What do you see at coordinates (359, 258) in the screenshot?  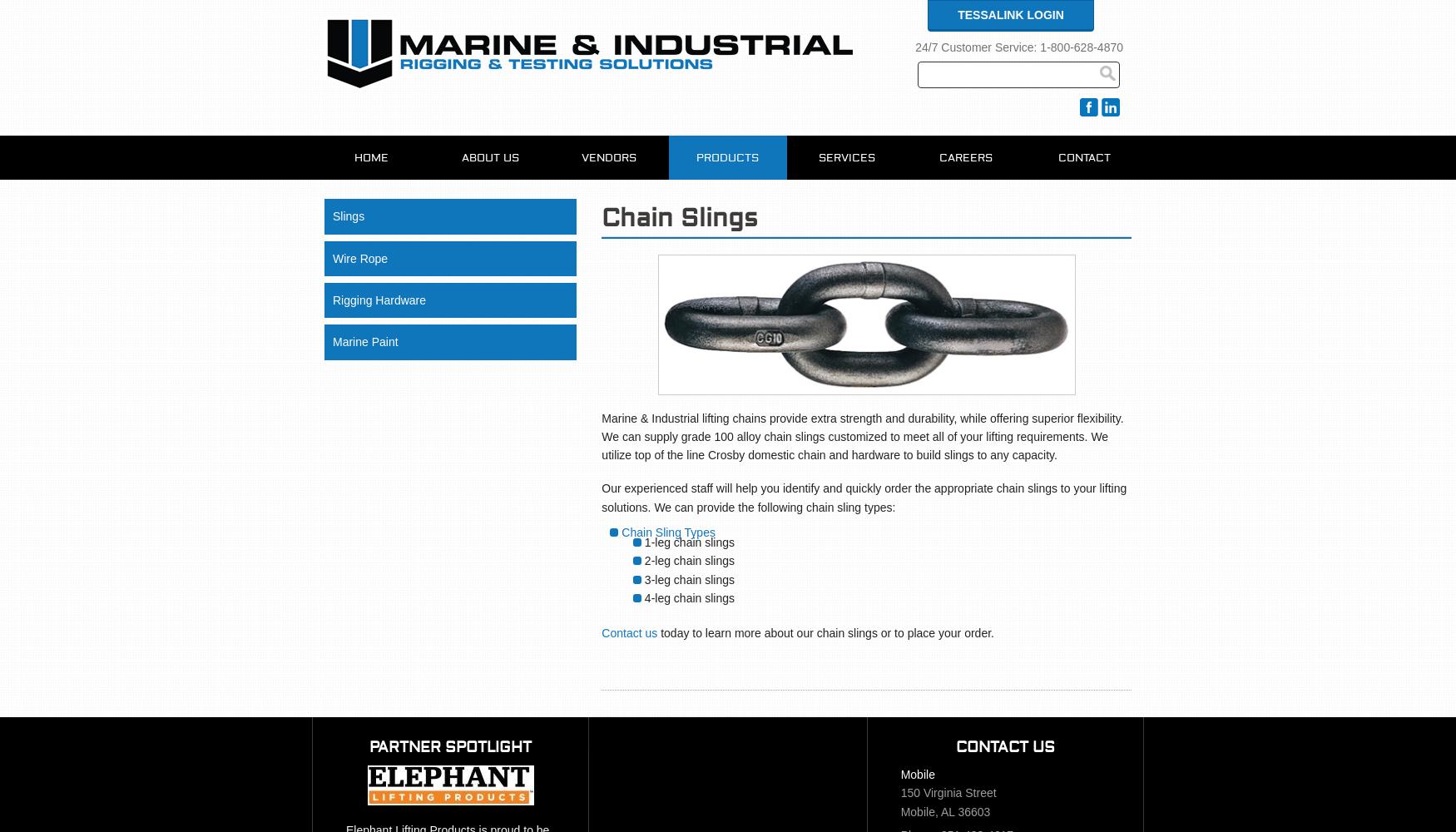 I see `'Wire Rope'` at bounding box center [359, 258].